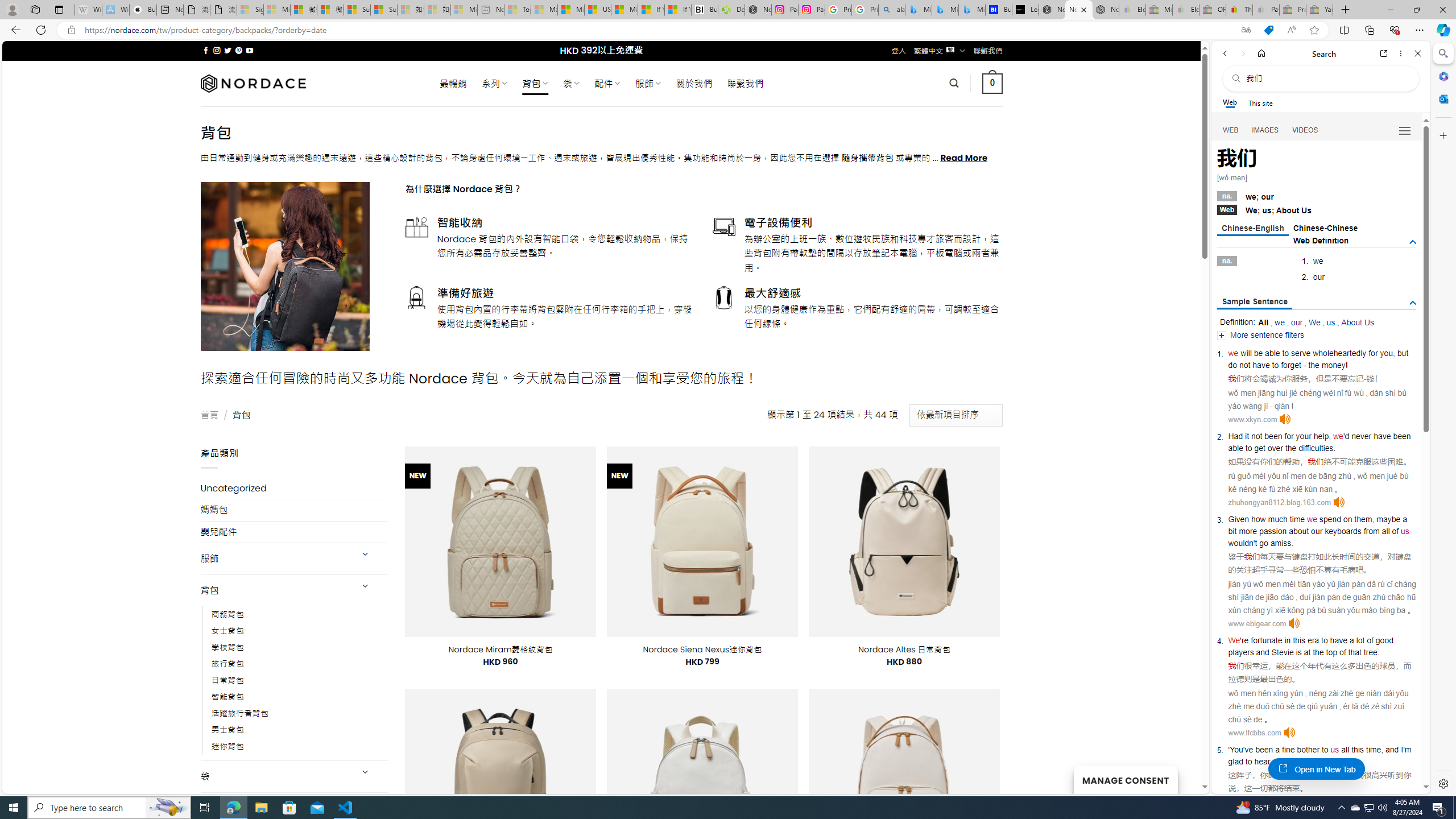 This screenshot has width=1456, height=819. What do you see at coordinates (1342, 530) in the screenshot?
I see `'keyboards'` at bounding box center [1342, 530].